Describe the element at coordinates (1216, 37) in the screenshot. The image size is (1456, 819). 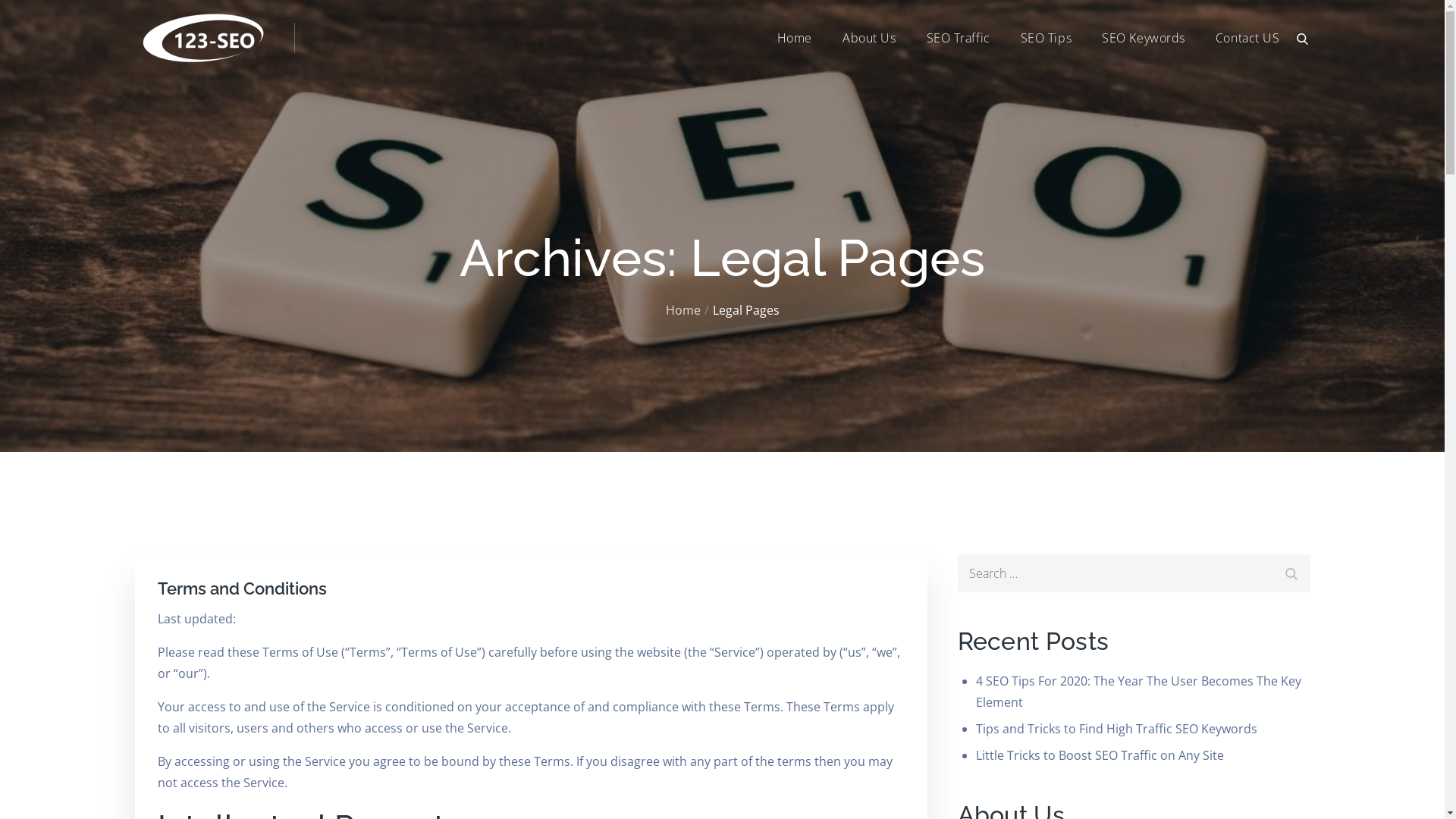
I see `'Contact US'` at that location.